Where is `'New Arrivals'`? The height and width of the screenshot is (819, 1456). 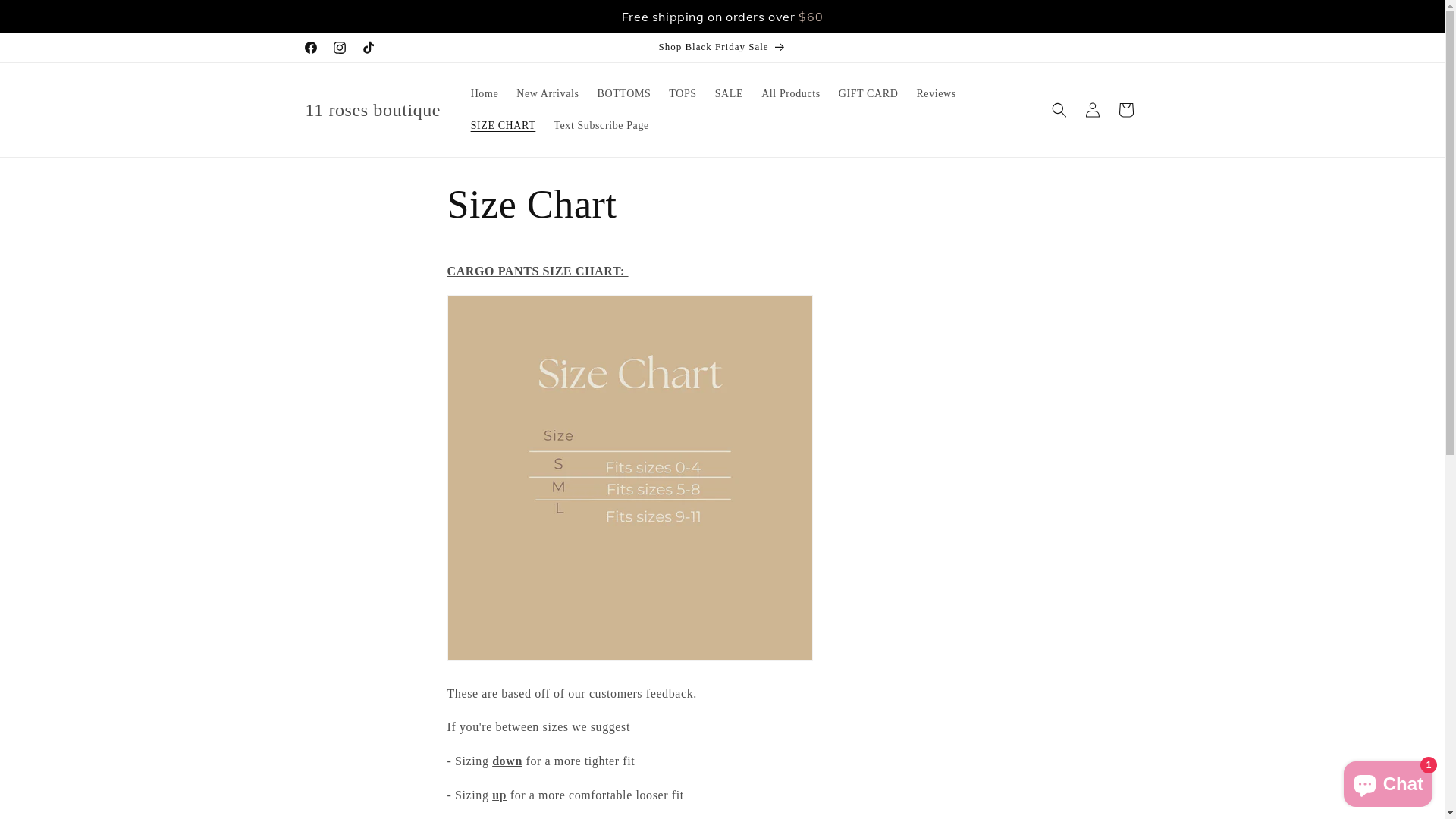 'New Arrivals' is located at coordinates (507, 93).